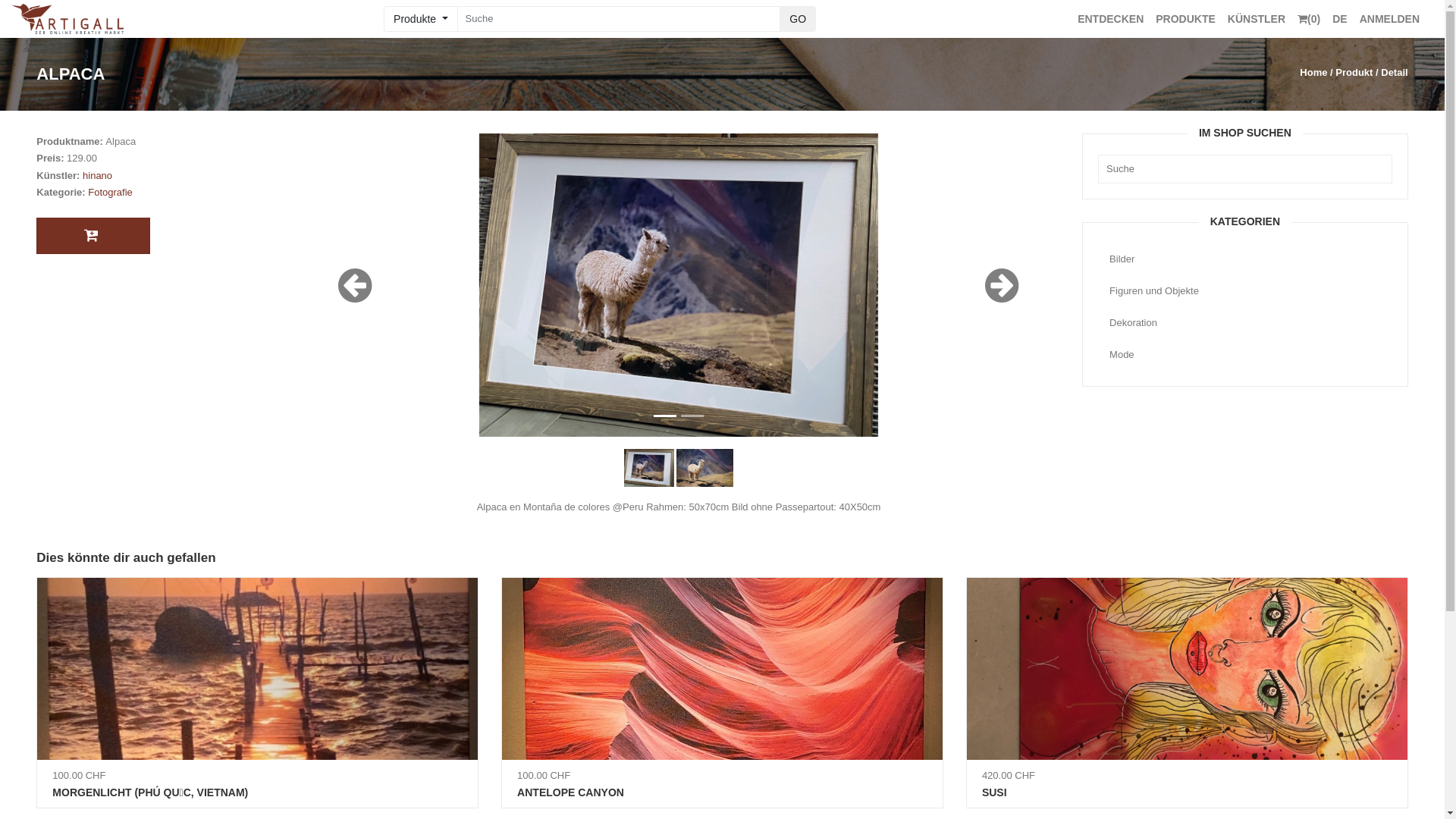  What do you see at coordinates (1244, 291) in the screenshot?
I see `'Figuren und Objekte'` at bounding box center [1244, 291].